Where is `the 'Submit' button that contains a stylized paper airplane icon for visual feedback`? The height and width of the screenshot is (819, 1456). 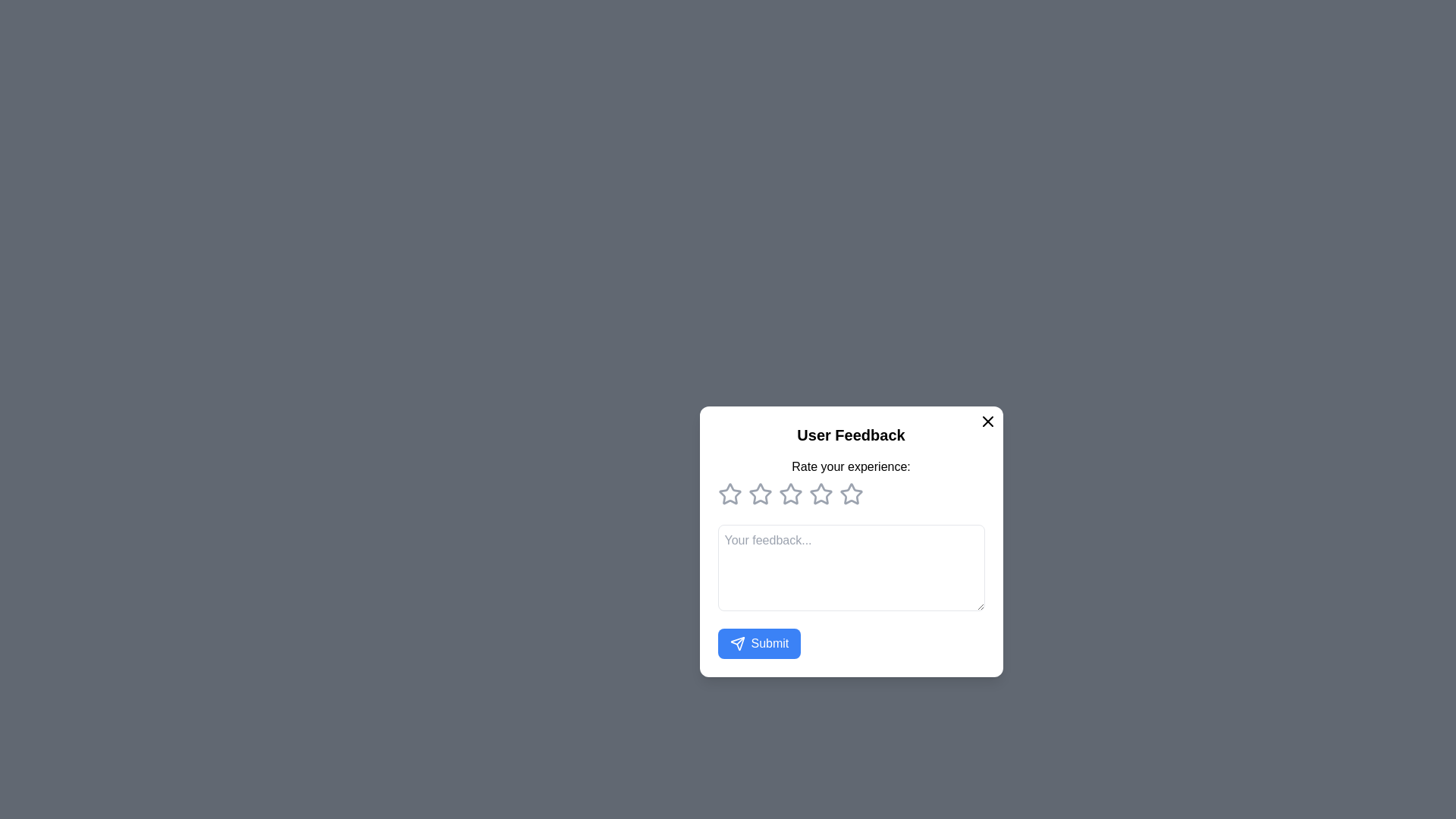 the 'Submit' button that contains a stylized paper airplane icon for visual feedback is located at coordinates (737, 643).